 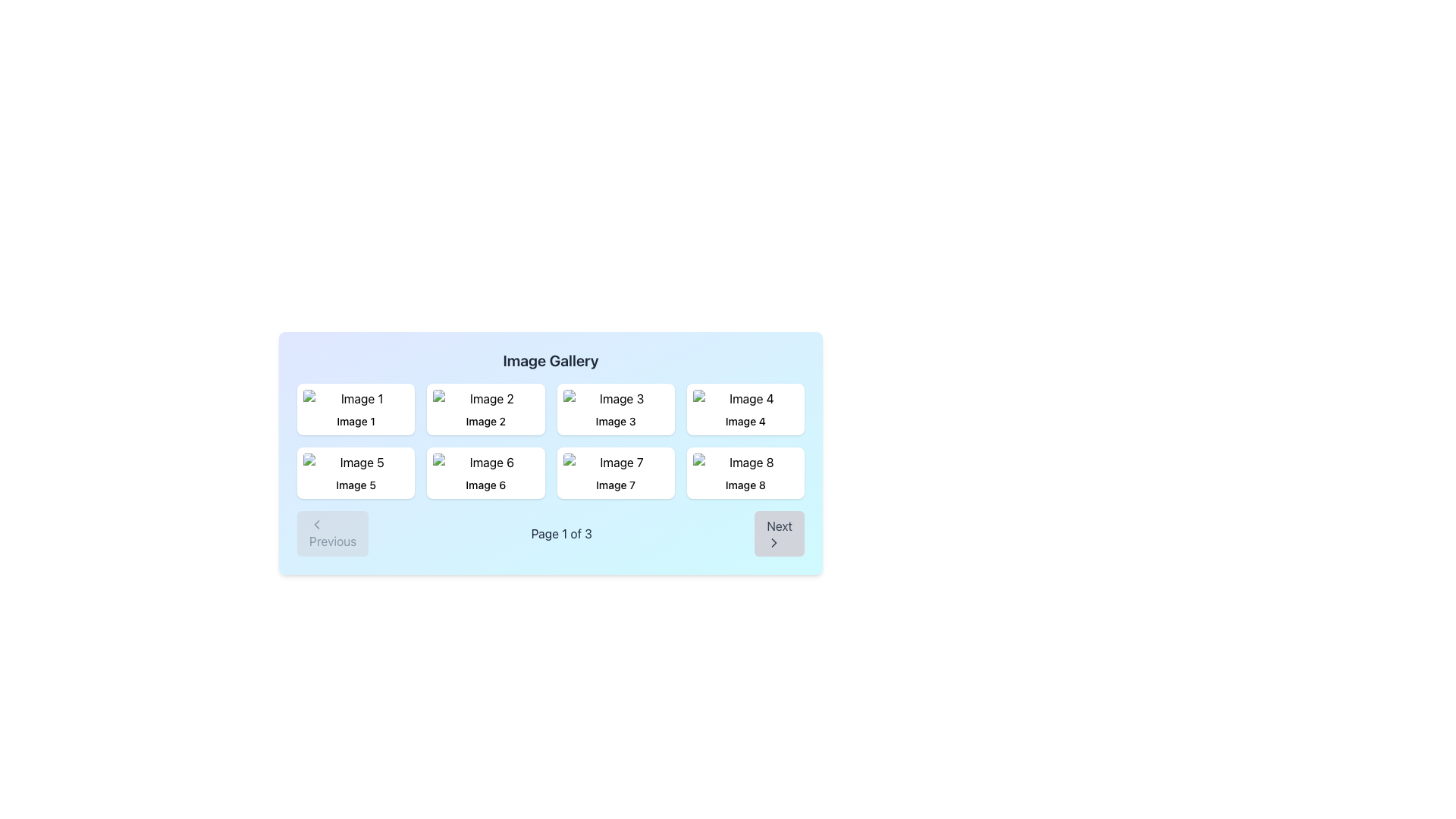 I want to click on the text label displaying 'Image 3', which is positioned in the third position of the top row within the image gallery grid, beneath the image placeholder labeled 'Image 3', so click(x=616, y=421).